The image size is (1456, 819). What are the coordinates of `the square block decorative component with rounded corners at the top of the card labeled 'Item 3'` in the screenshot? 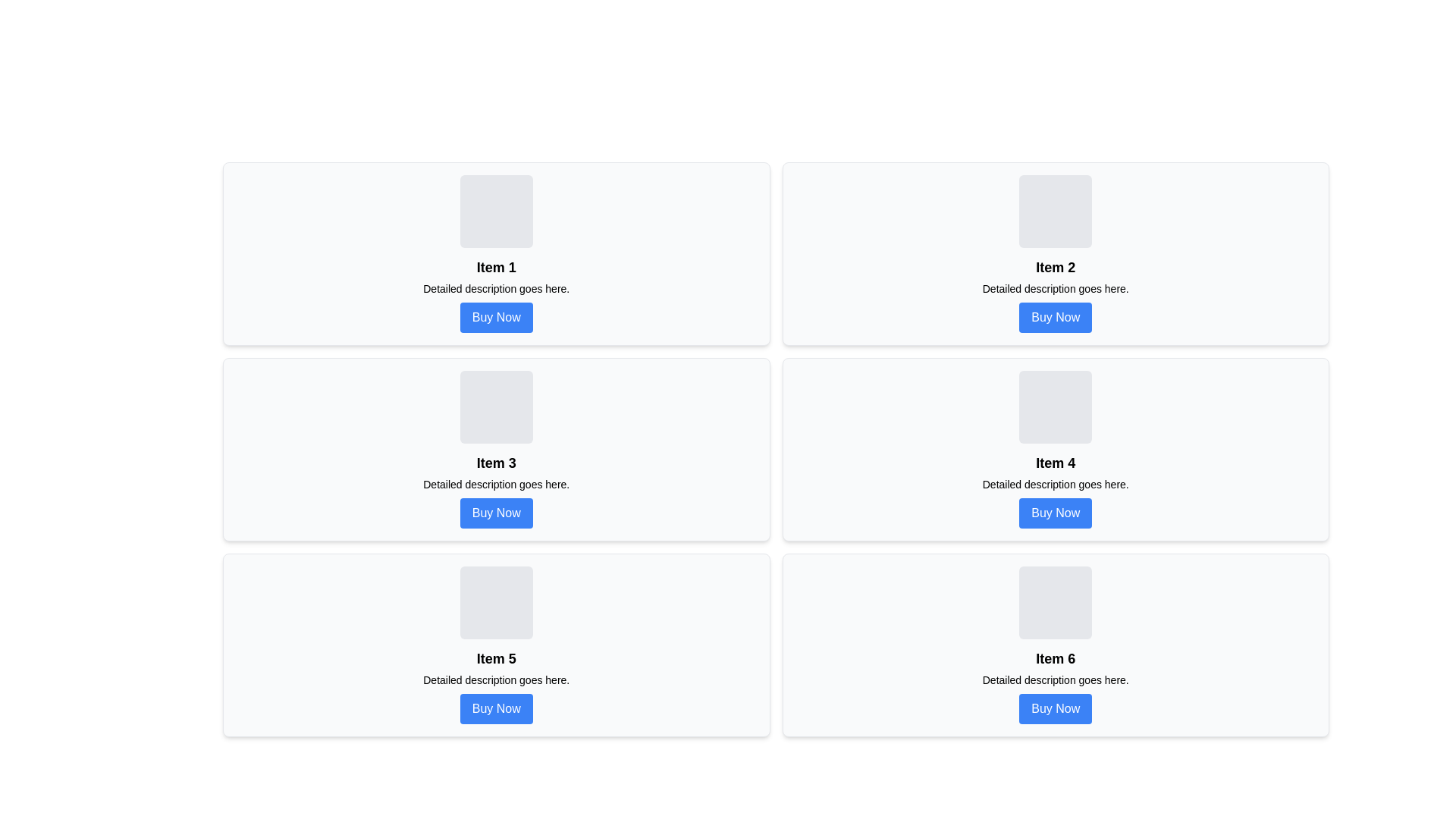 It's located at (496, 406).